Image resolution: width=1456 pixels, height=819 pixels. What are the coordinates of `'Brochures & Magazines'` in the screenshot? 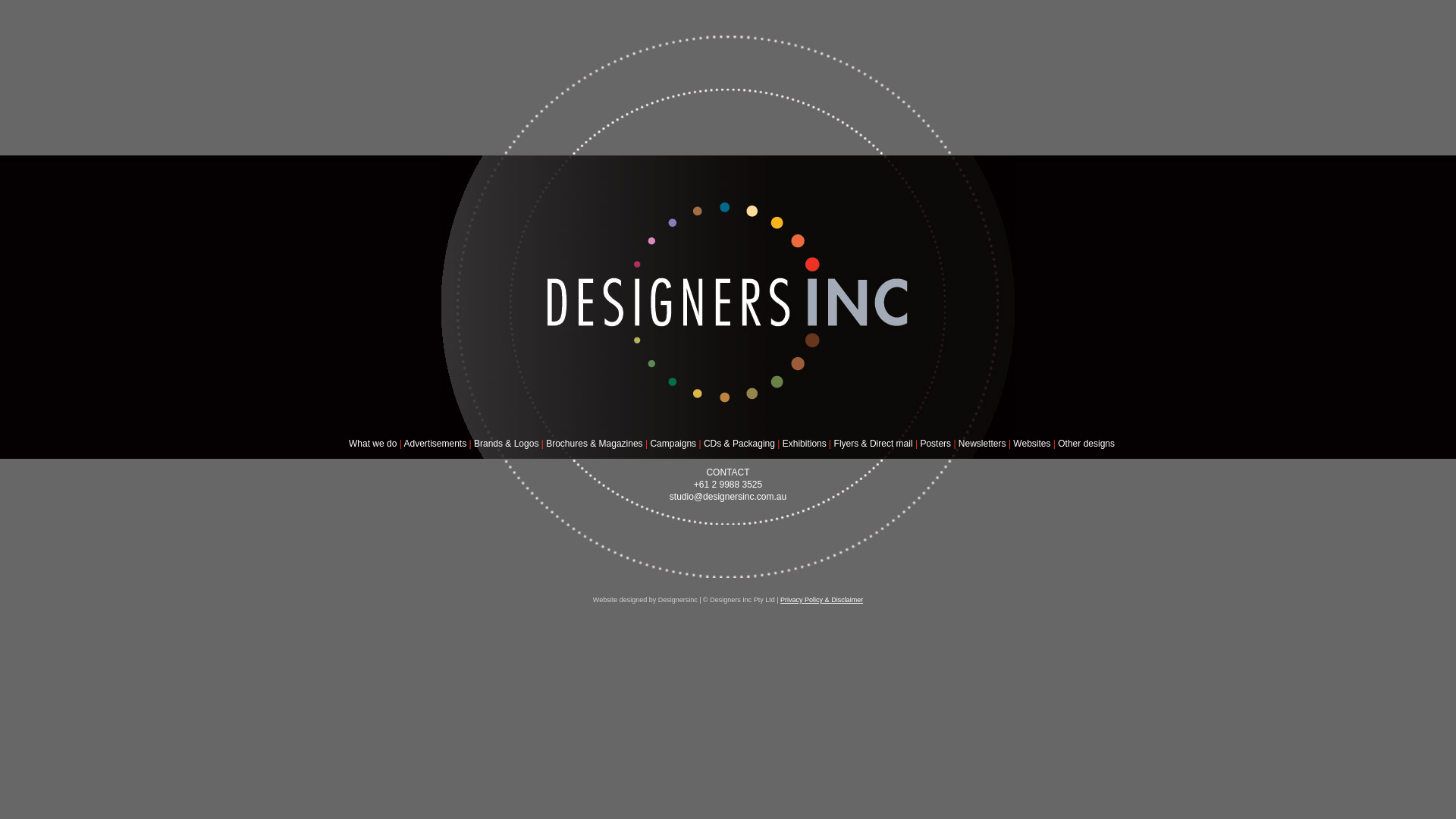 It's located at (593, 444).